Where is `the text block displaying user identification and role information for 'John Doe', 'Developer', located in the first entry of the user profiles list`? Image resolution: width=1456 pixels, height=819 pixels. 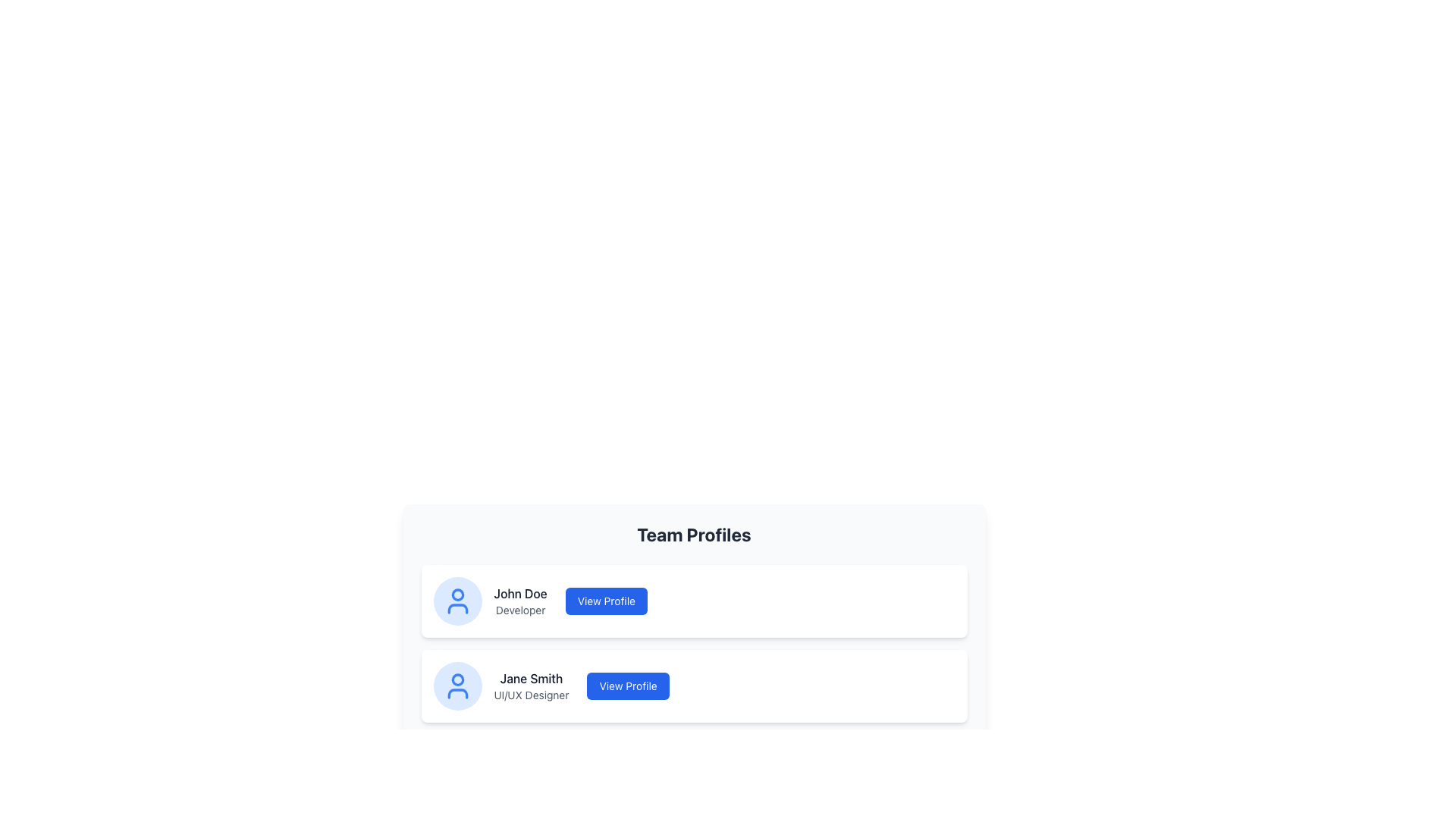 the text block displaying user identification and role information for 'John Doe', 'Developer', located in the first entry of the user profiles list is located at coordinates (520, 601).